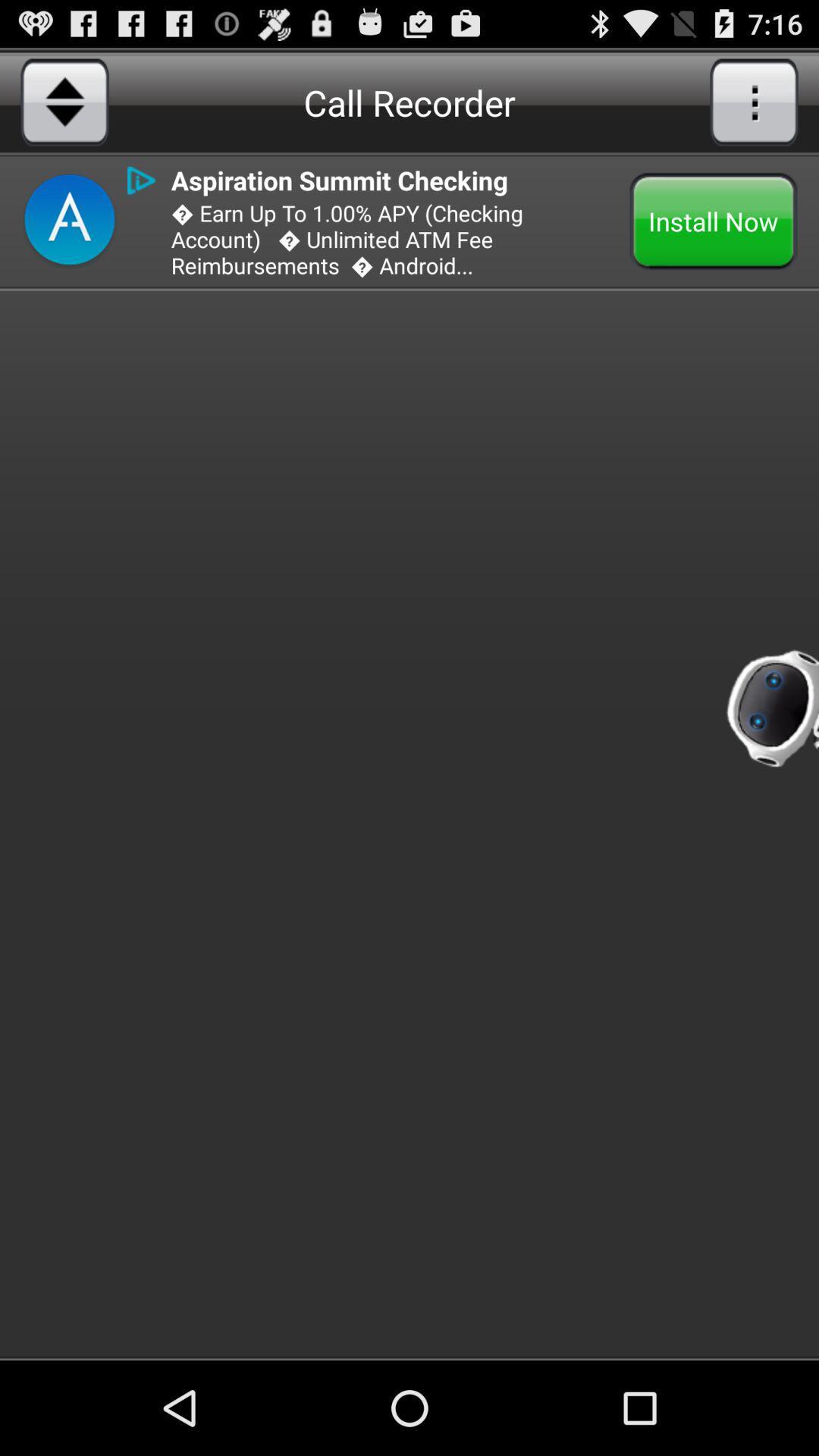  Describe the element at coordinates (64, 108) in the screenshot. I see `the compare icon` at that location.